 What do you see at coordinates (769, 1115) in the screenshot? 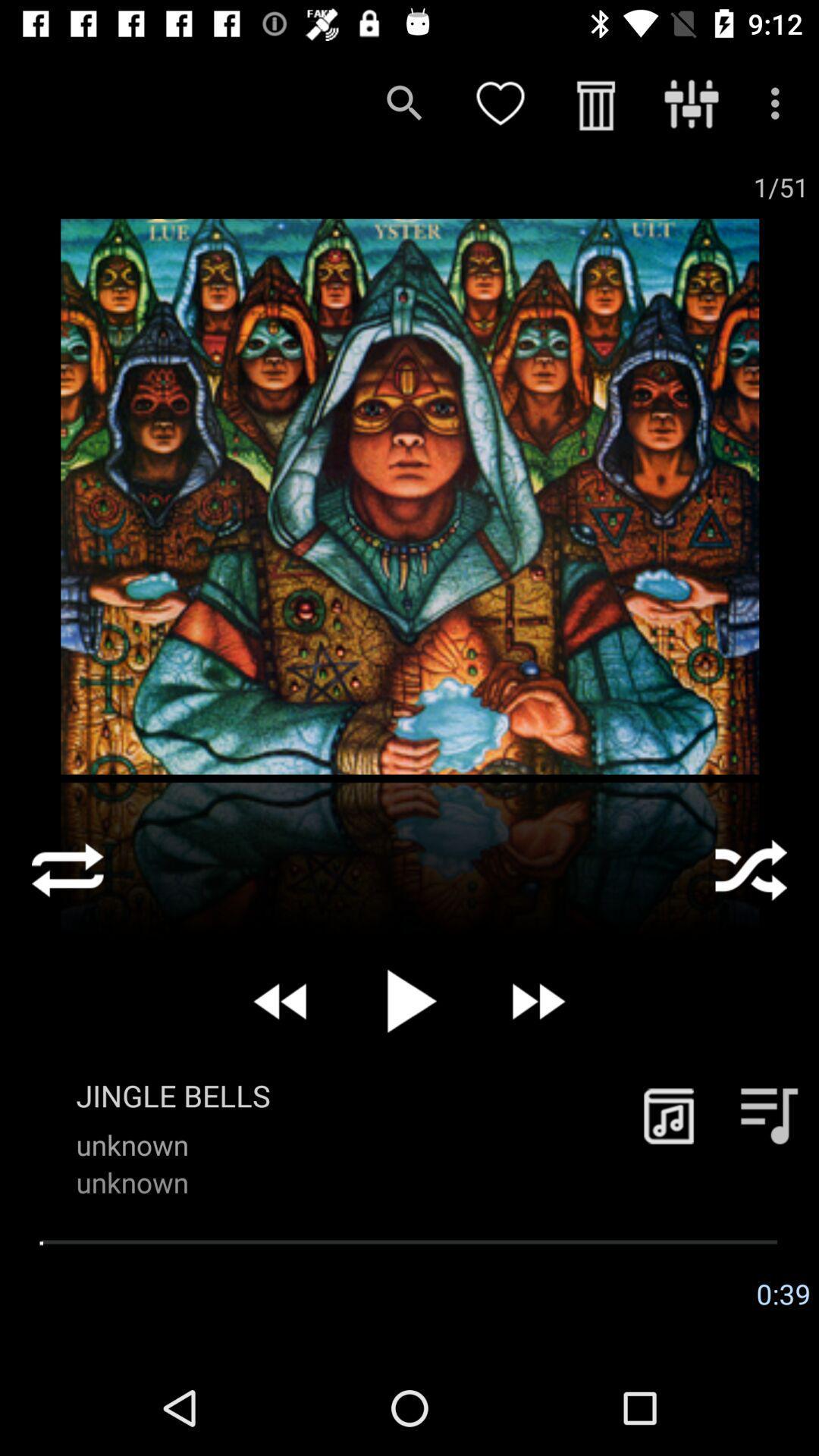
I see `the playlist icon` at bounding box center [769, 1115].